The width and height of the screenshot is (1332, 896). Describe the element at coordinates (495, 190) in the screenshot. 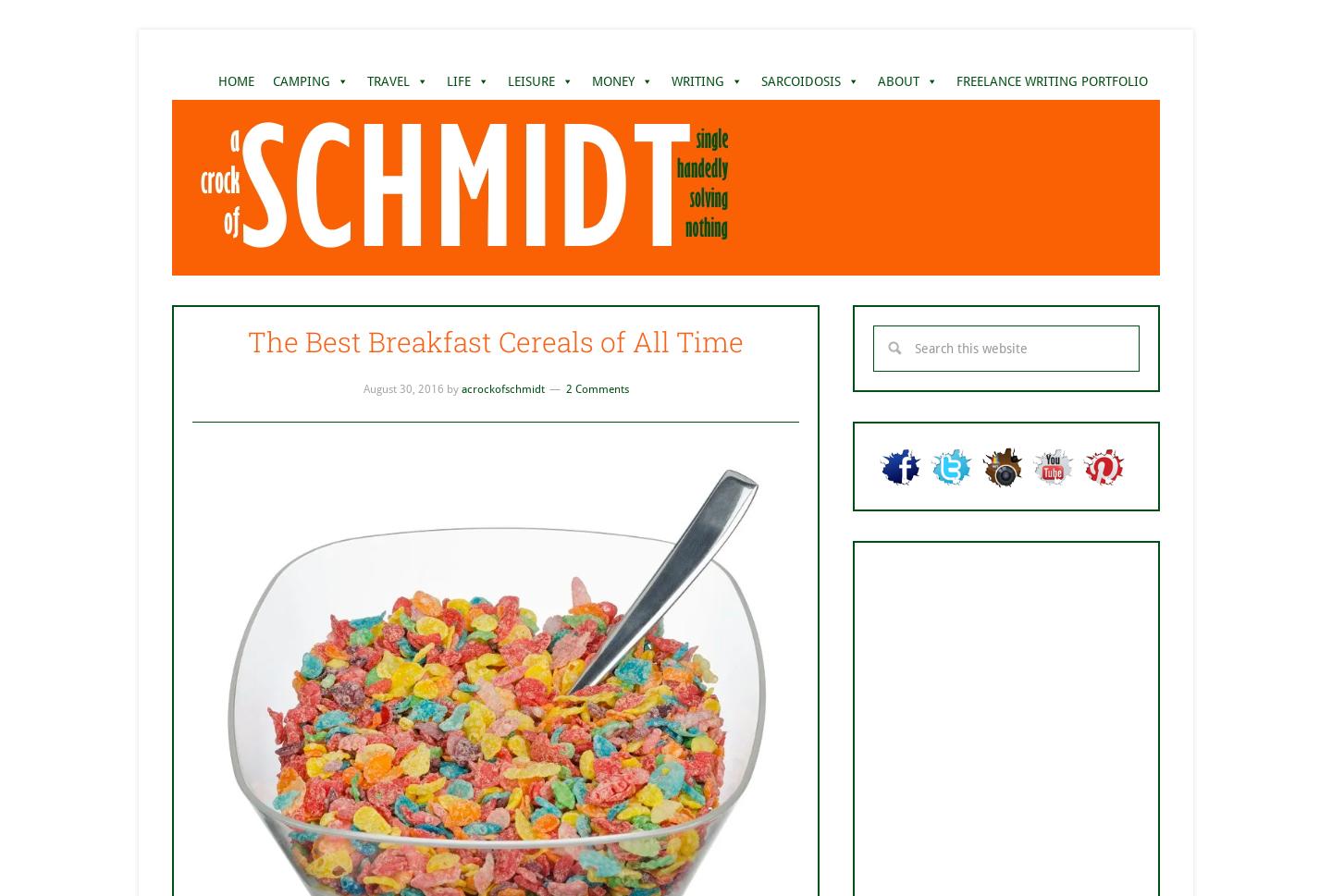

I see `'FUNNY SCHMIDT'` at that location.